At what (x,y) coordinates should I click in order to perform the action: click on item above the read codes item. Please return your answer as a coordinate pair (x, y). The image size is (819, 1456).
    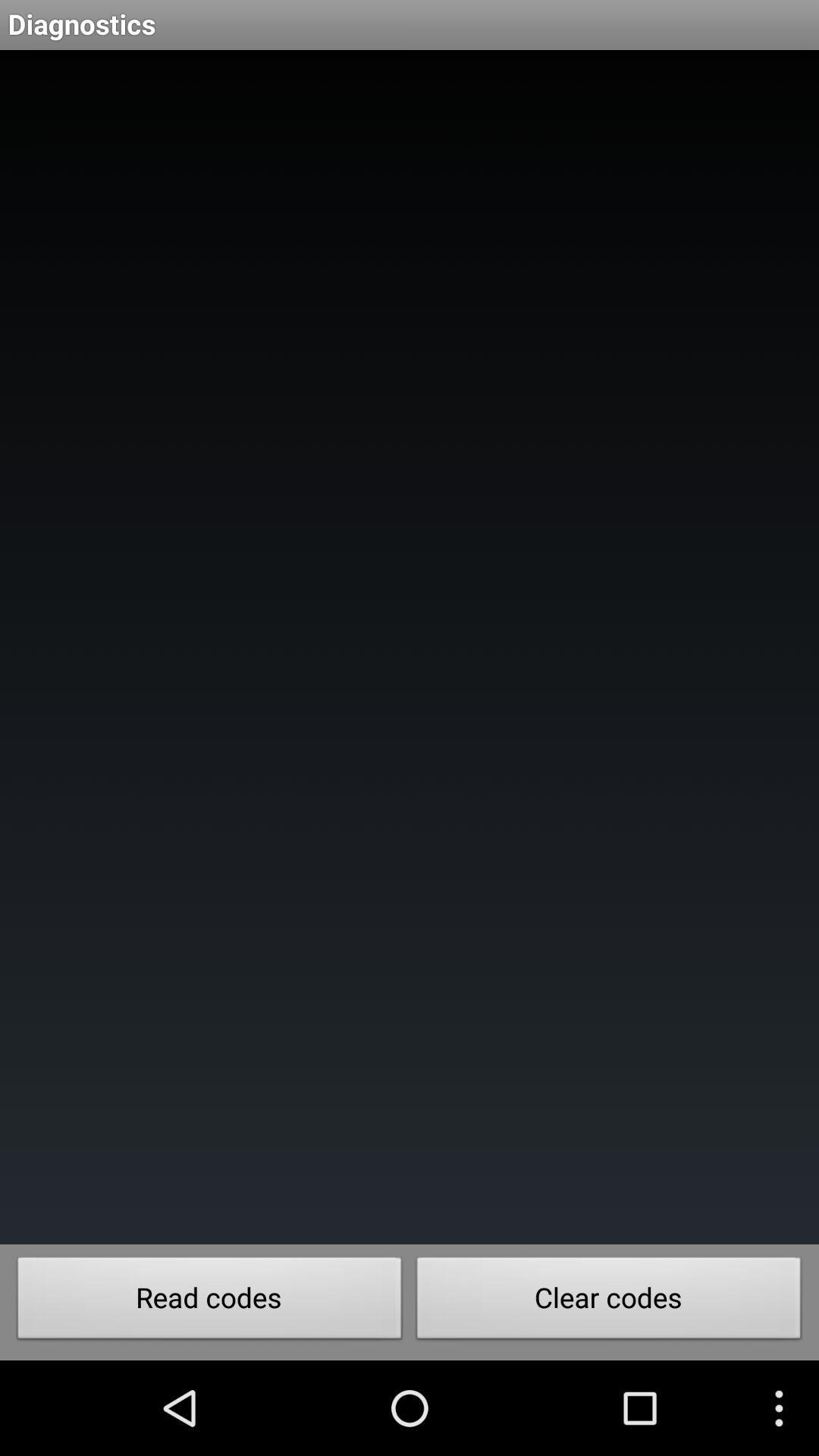
    Looking at the image, I should click on (409, 647).